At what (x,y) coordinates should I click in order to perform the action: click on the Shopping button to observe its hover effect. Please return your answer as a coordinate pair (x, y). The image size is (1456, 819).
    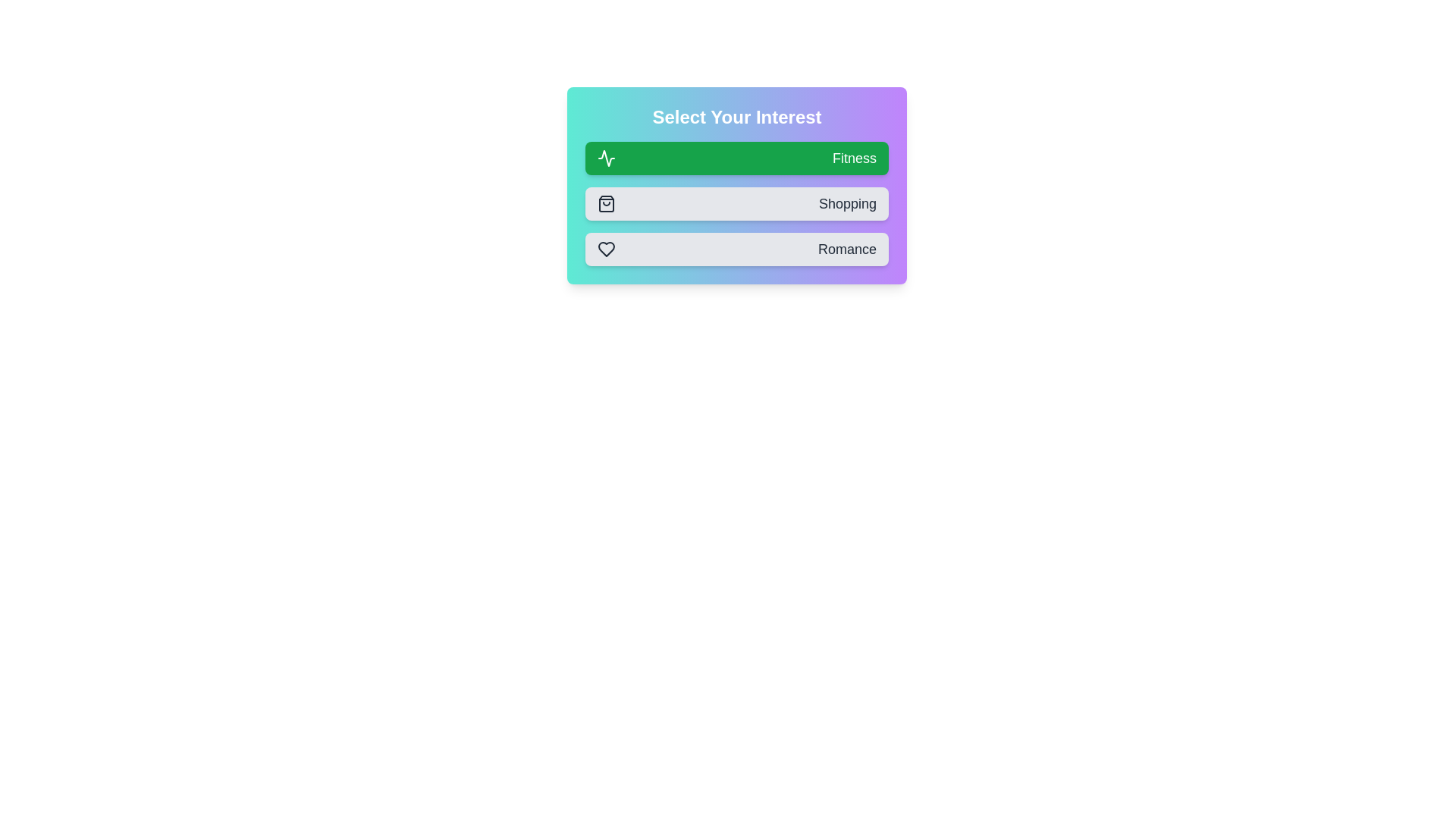
    Looking at the image, I should click on (736, 203).